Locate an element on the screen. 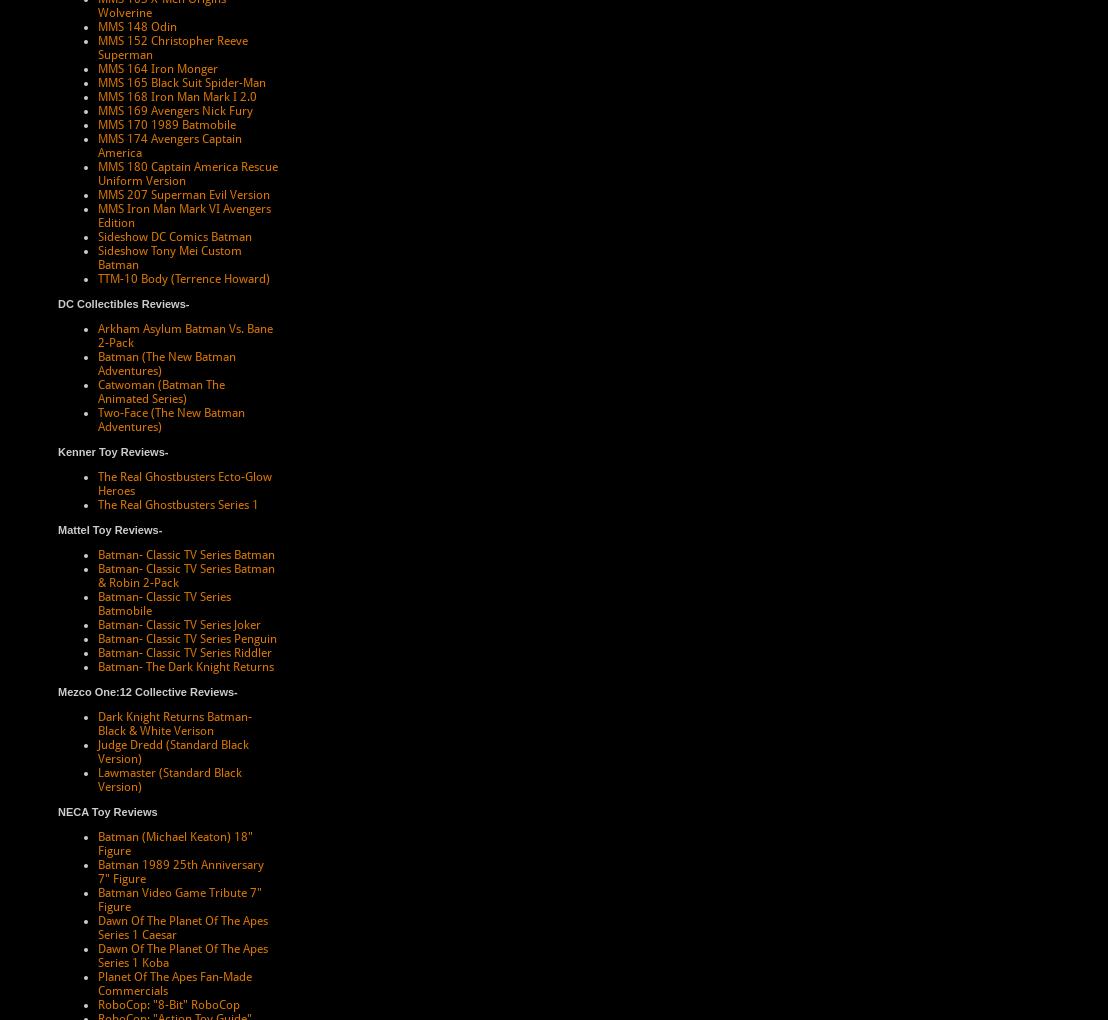 Image resolution: width=1108 pixels, height=1020 pixels. 'TTM-10 Body (Terrence Howard)' is located at coordinates (183, 277).